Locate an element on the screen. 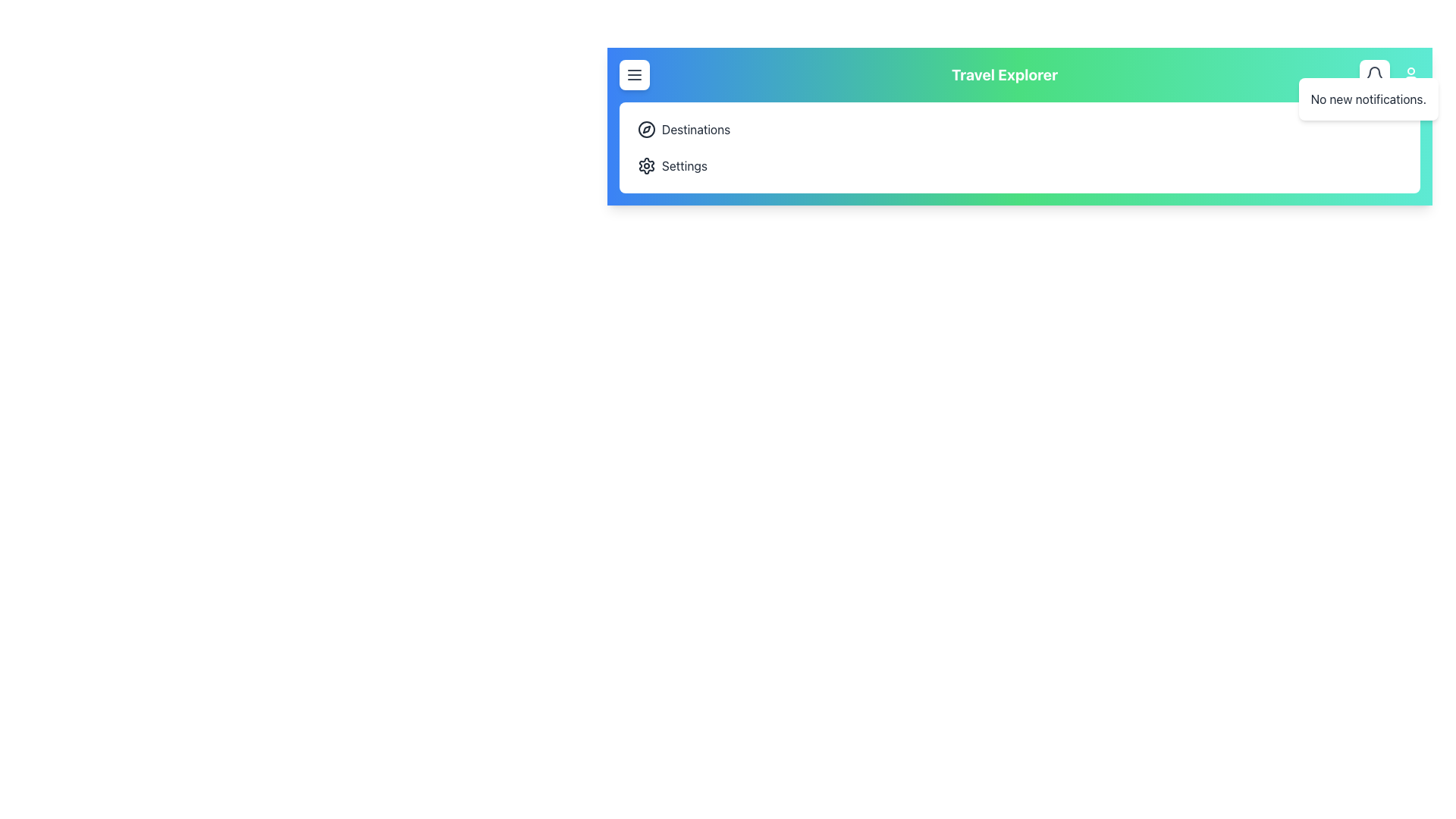 Image resolution: width=1456 pixels, height=819 pixels. the user profile icon located in the top right corner of the interface is located at coordinates (1410, 75).